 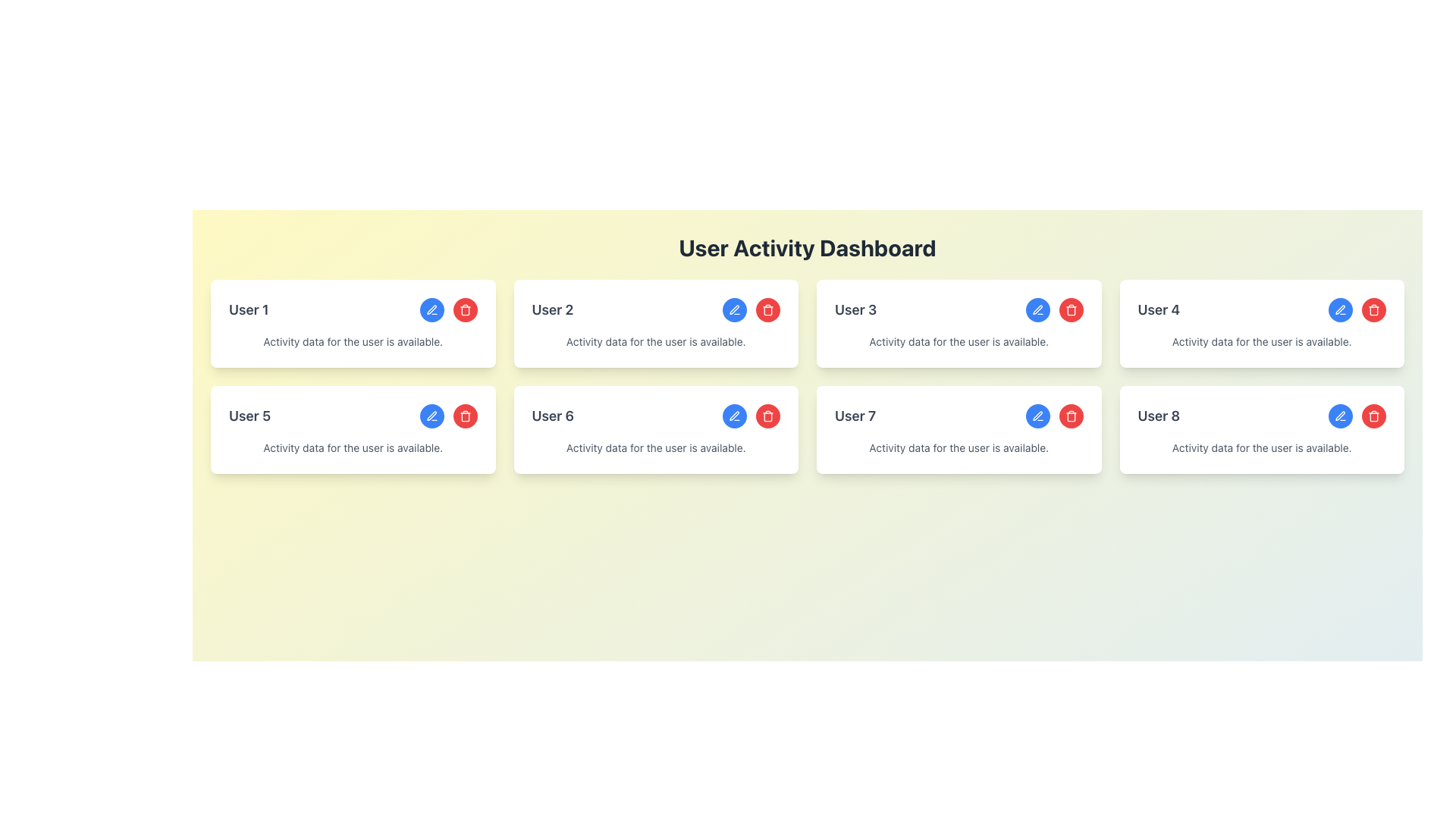 What do you see at coordinates (656, 447) in the screenshot?
I see `the text label that says 'Activity data for the user is available.' located below the 'User 6' heading within the 'User 6' card` at bounding box center [656, 447].